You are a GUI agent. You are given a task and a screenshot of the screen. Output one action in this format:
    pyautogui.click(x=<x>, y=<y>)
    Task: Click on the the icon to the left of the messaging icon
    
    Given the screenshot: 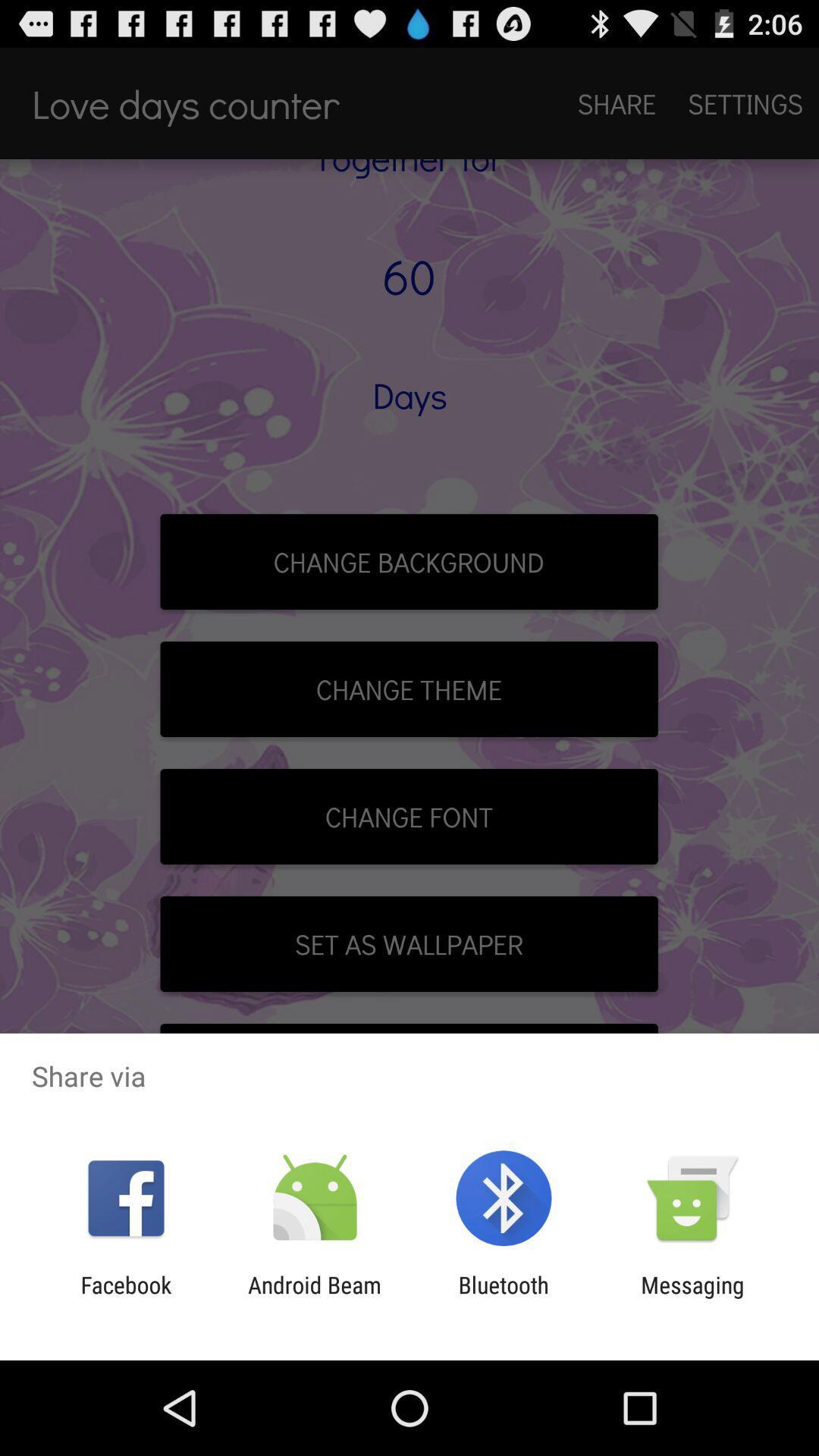 What is the action you would take?
    pyautogui.click(x=504, y=1298)
    